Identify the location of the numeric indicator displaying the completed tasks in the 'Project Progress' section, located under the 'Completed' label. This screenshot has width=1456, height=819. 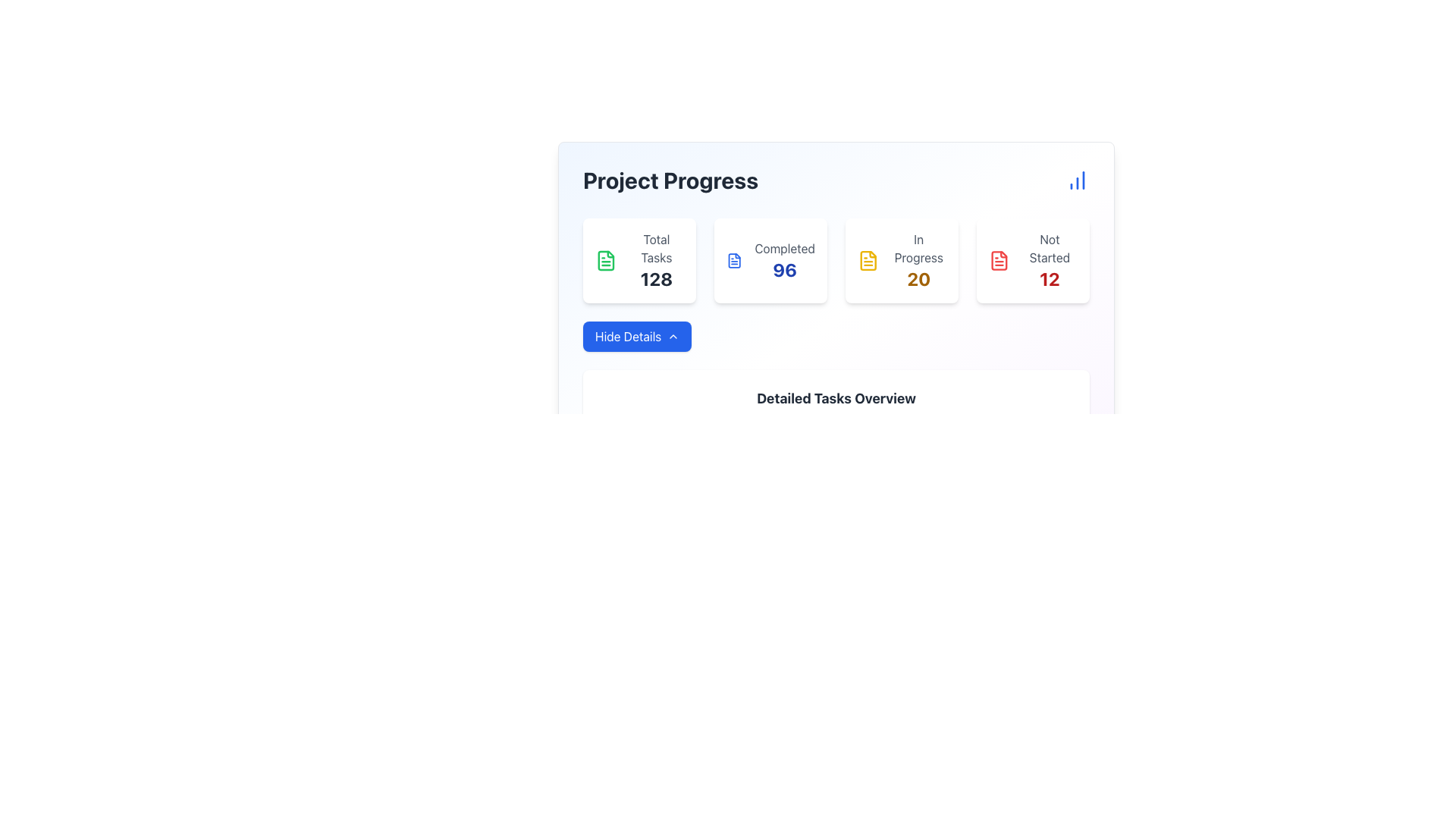
(785, 268).